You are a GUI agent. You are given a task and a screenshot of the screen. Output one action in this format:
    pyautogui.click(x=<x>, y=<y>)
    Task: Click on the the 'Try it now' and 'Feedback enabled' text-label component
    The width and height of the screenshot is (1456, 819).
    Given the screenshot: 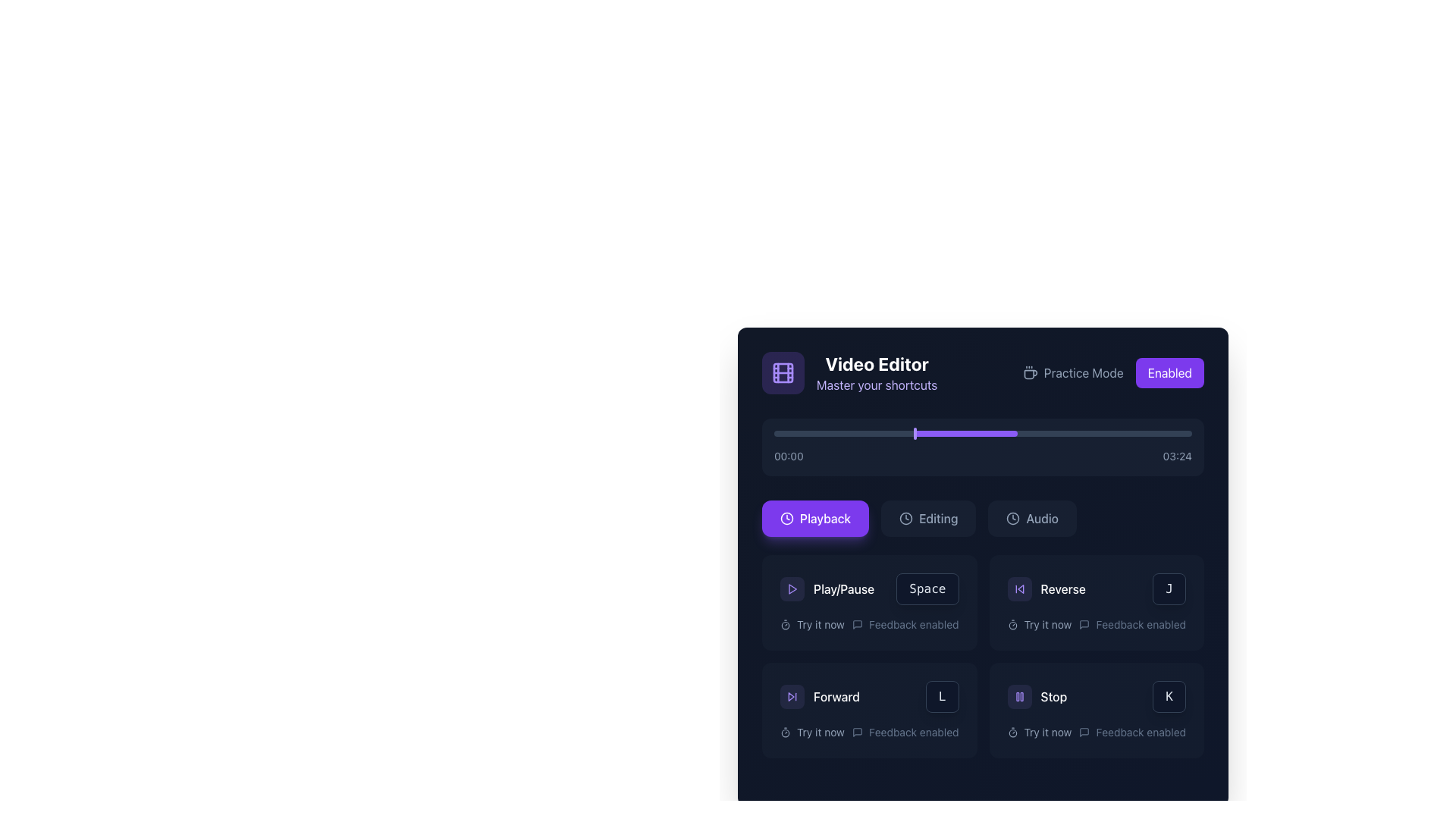 What is the action you would take?
    pyautogui.click(x=1097, y=731)
    